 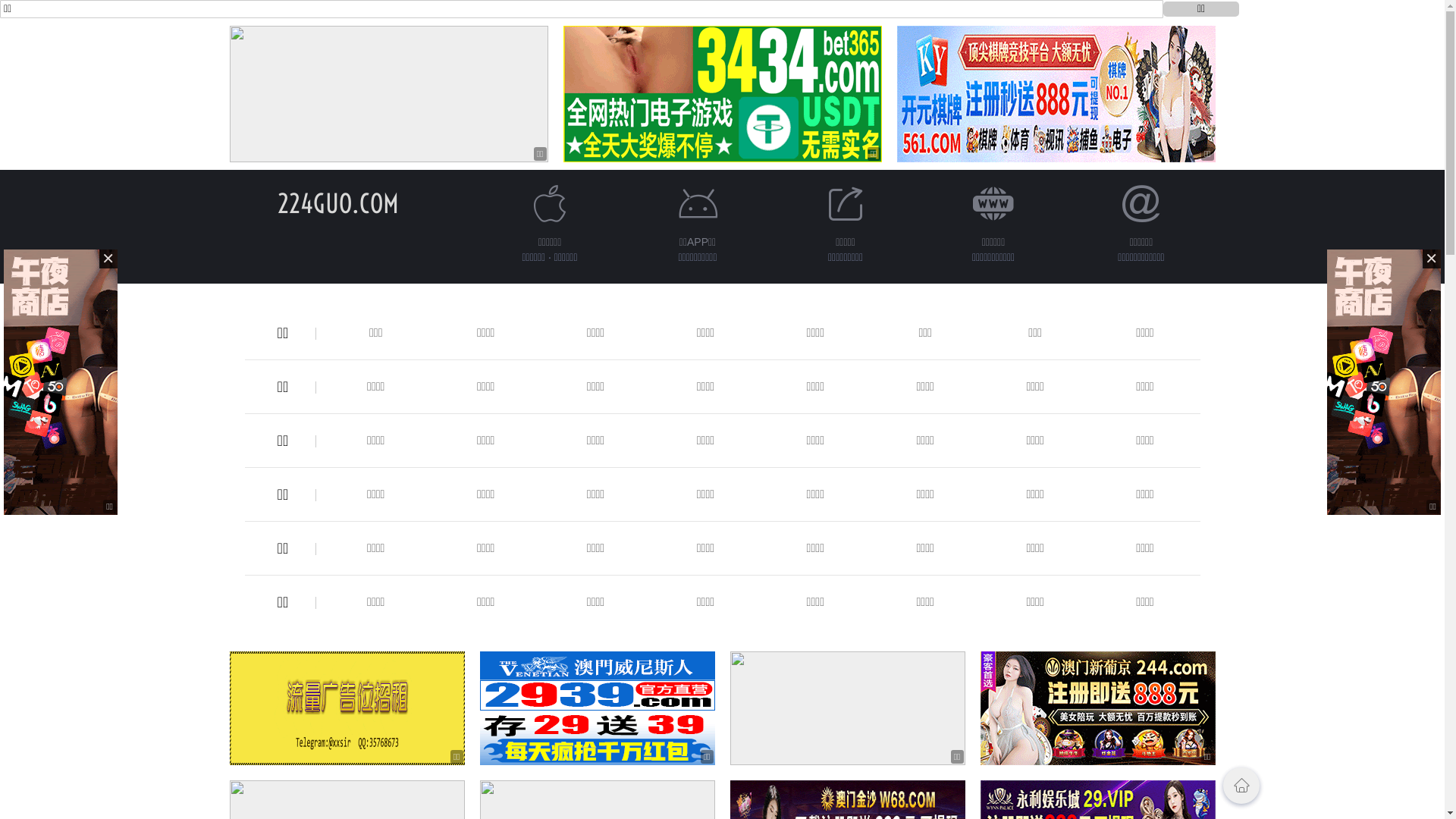 What do you see at coordinates (337, 202) in the screenshot?
I see `'224GUO.COM'` at bounding box center [337, 202].